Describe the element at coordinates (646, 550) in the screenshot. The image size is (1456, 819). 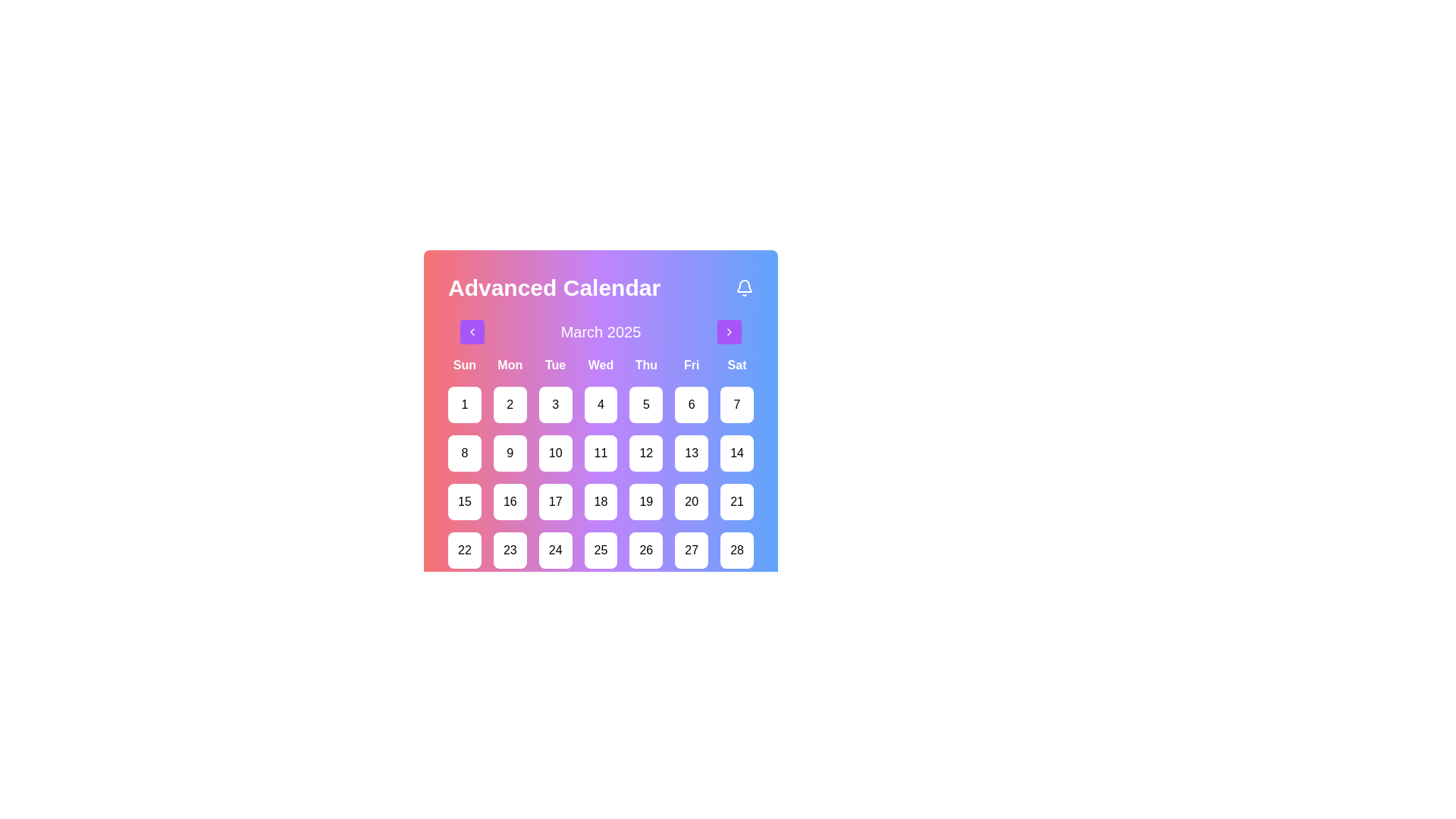
I see `the button representing March 26th in the calendar view` at that location.